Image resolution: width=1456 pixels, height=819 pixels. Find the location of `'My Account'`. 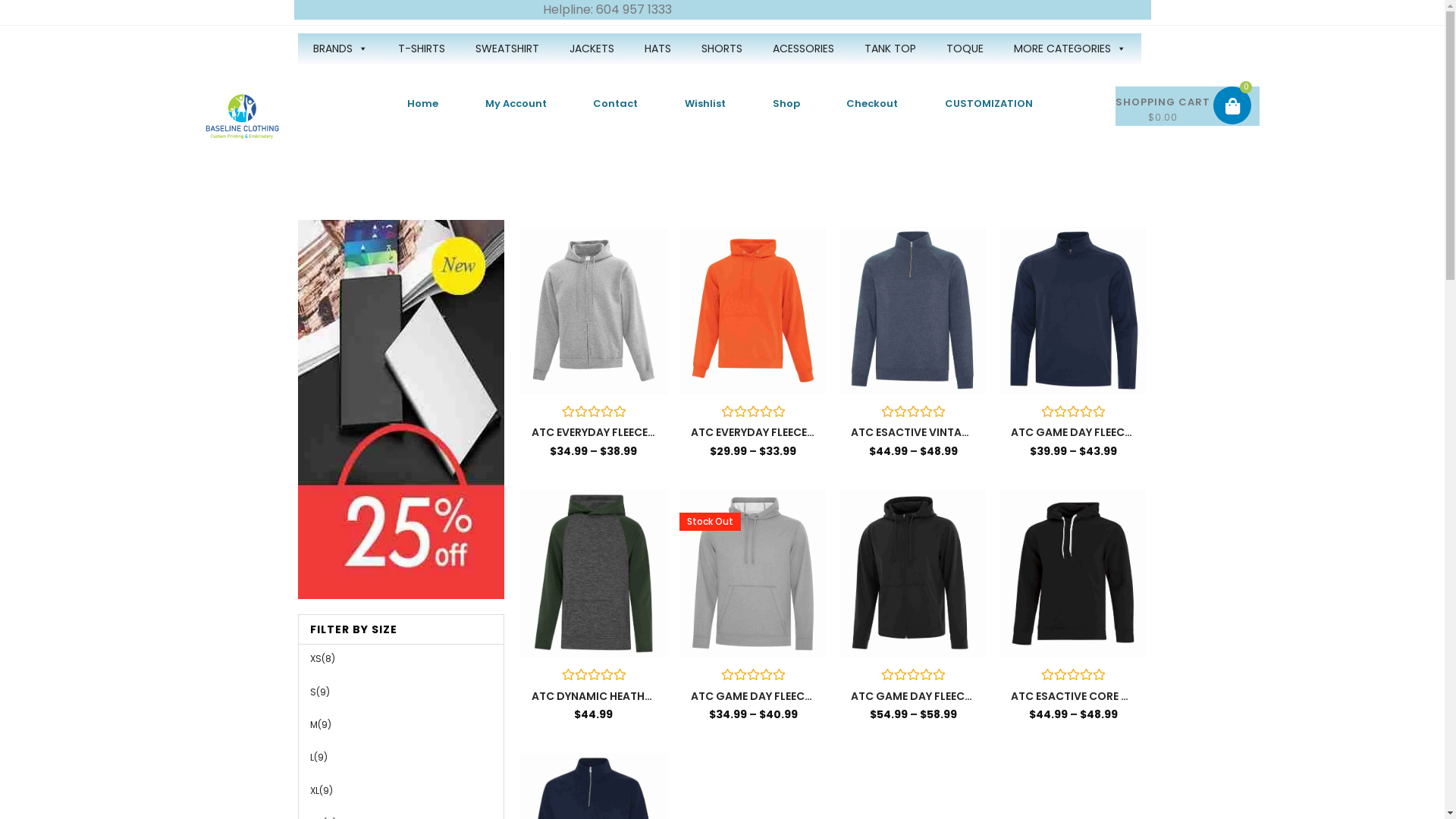

'My Account' is located at coordinates (516, 103).